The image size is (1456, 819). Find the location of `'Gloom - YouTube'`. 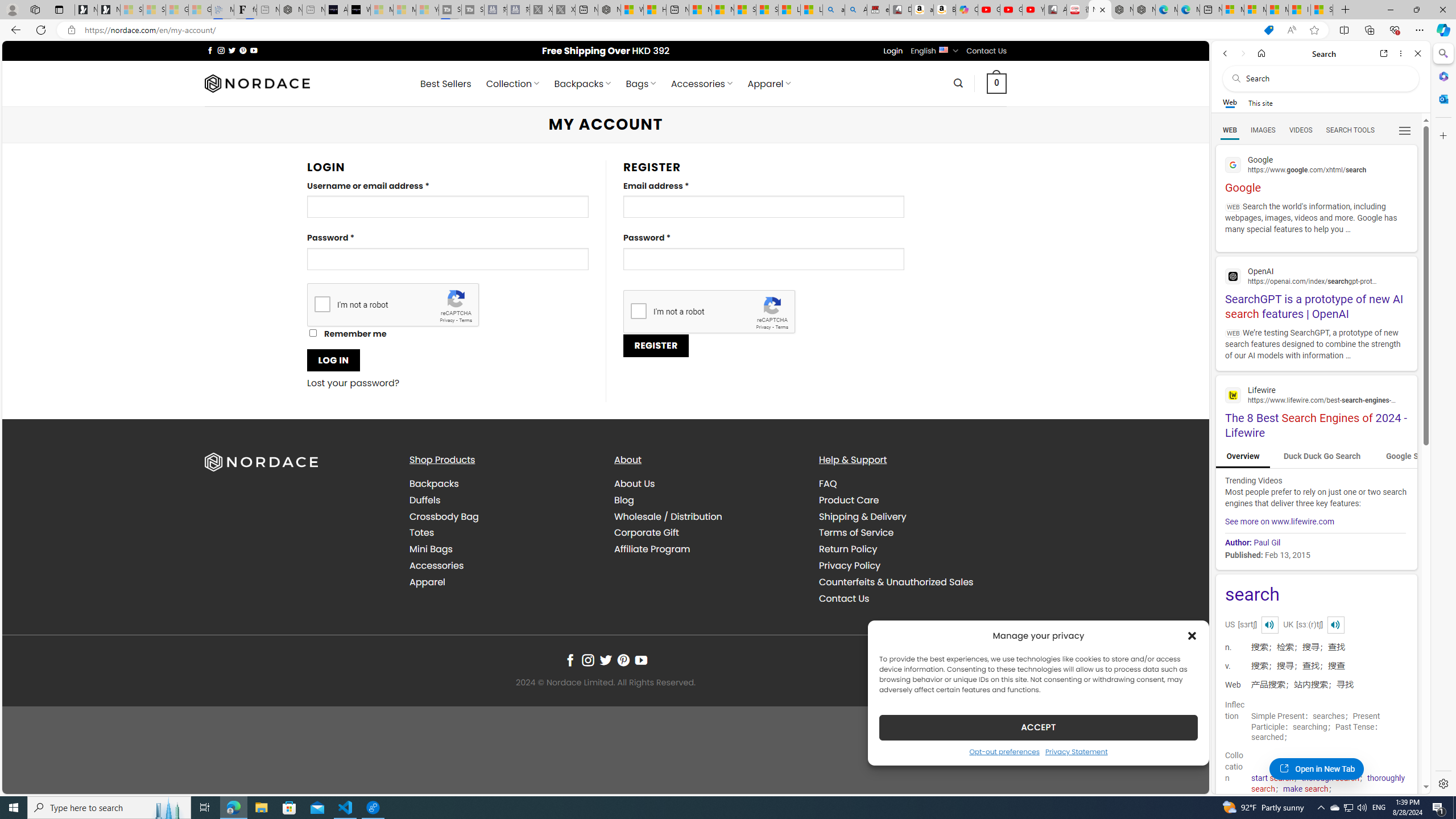

'Gloom - YouTube' is located at coordinates (1011, 9).